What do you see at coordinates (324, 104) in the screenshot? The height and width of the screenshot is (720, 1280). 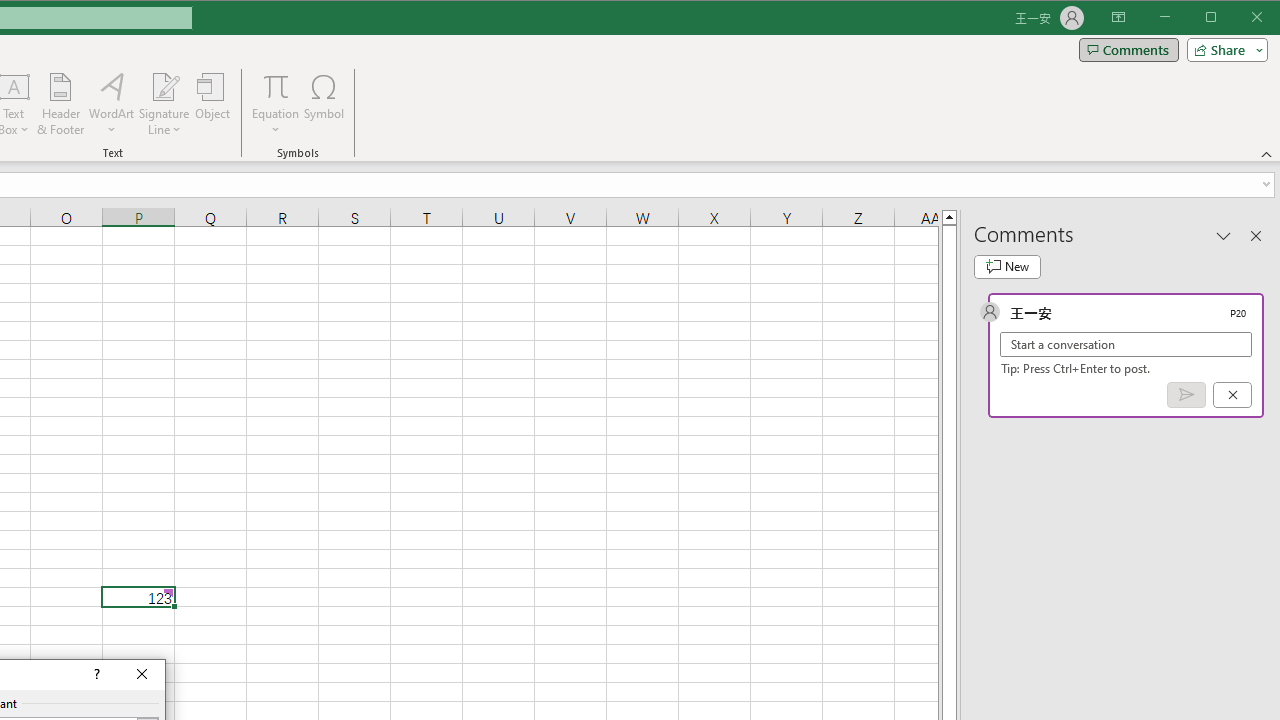 I see `'Symbol...'` at bounding box center [324, 104].